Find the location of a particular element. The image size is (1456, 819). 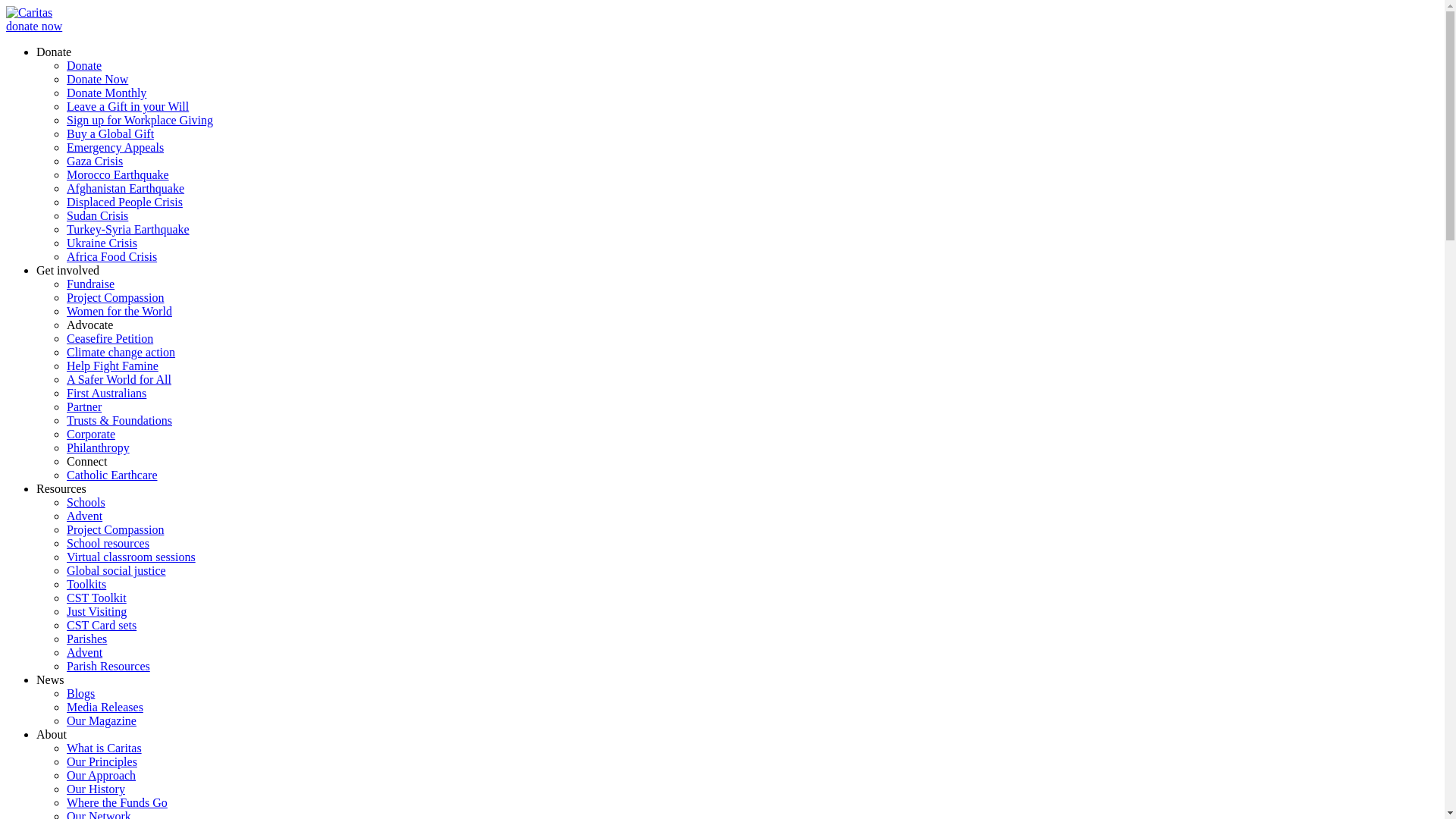

'Emergency Appeals' is located at coordinates (115, 147).